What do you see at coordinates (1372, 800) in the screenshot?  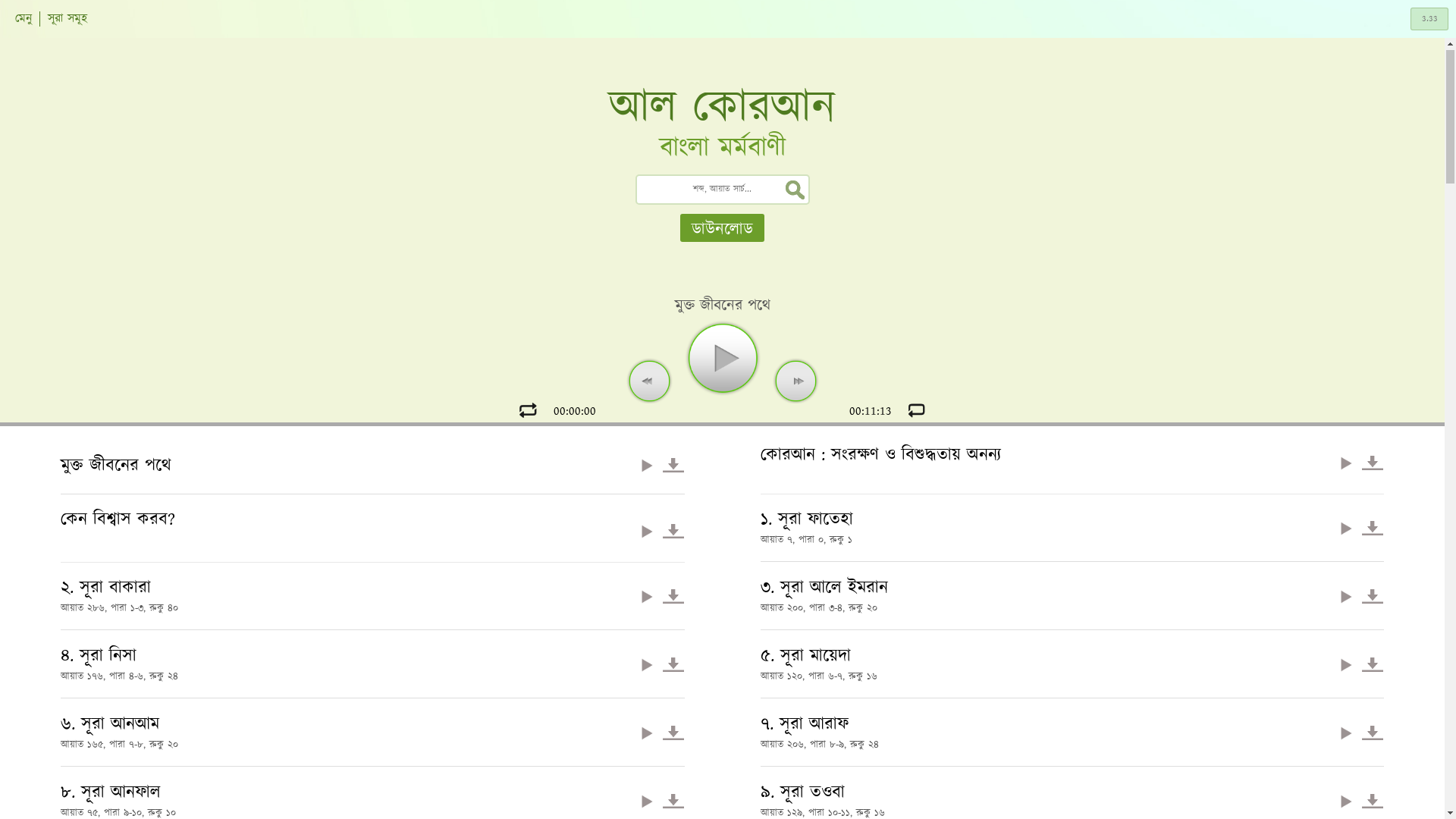 I see `'Download'` at bounding box center [1372, 800].